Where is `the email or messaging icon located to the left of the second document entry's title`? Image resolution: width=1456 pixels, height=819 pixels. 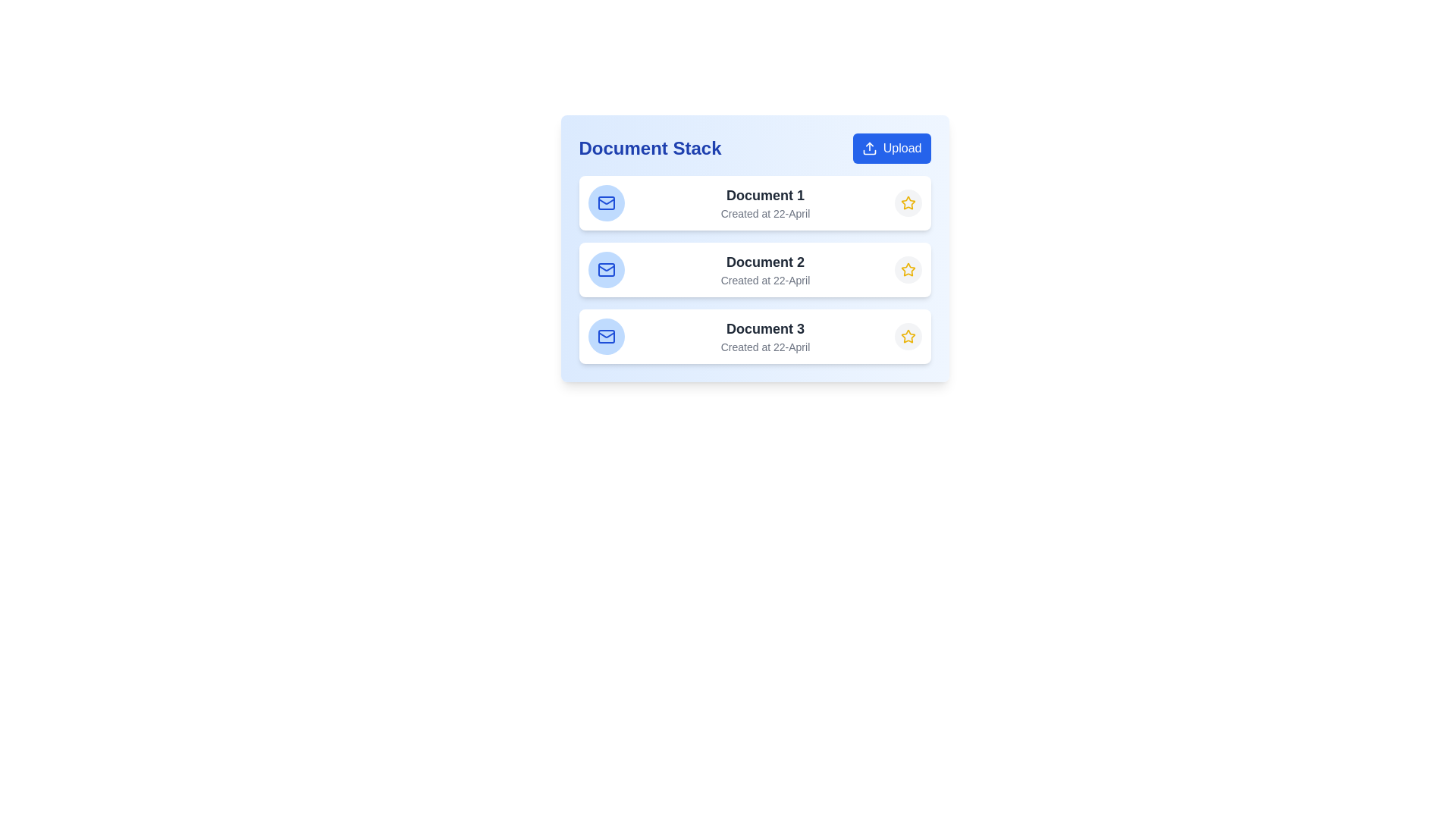 the email or messaging icon located to the left of the second document entry's title is located at coordinates (605, 268).